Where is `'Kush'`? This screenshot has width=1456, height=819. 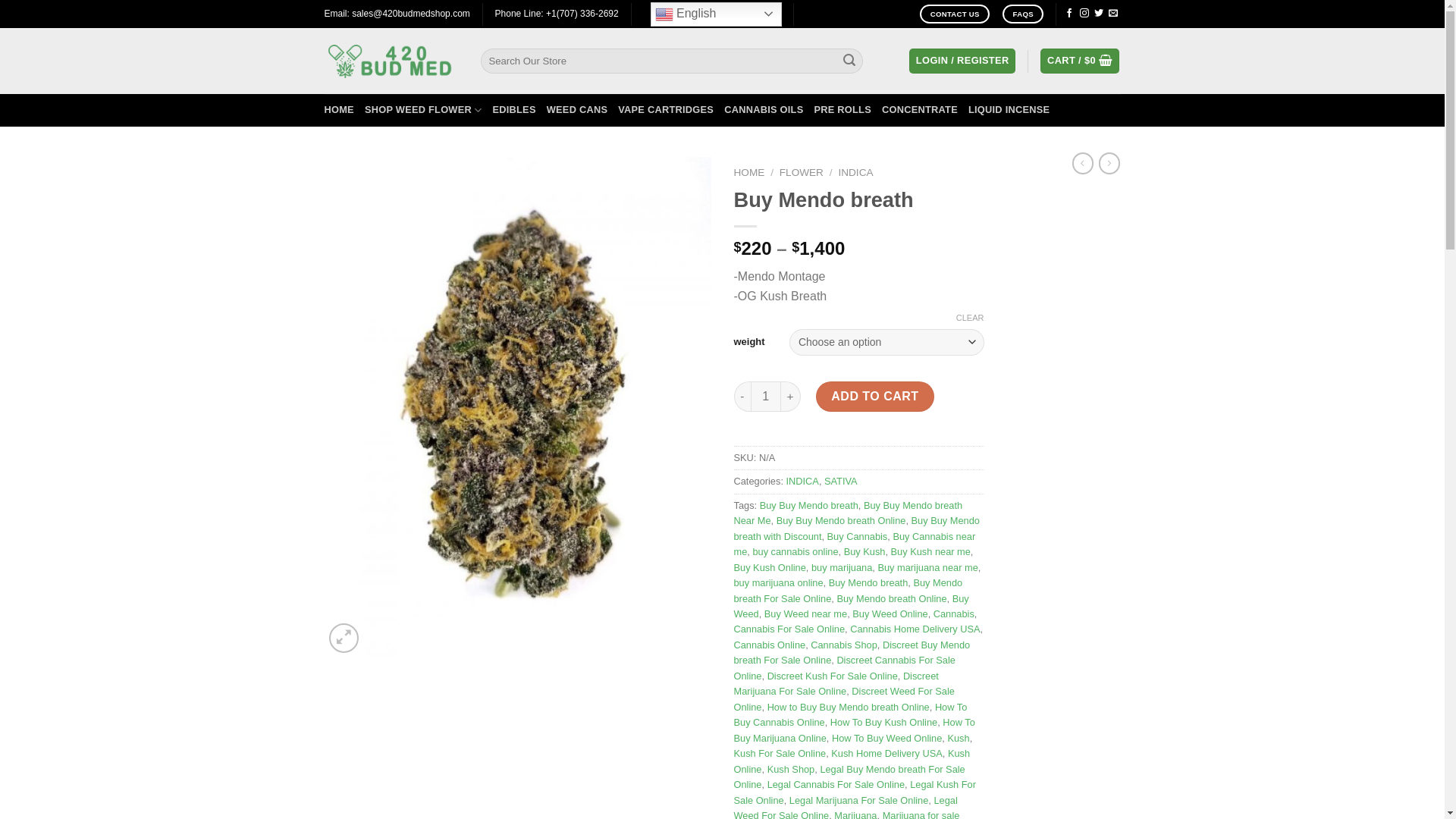 'Kush' is located at coordinates (957, 737).